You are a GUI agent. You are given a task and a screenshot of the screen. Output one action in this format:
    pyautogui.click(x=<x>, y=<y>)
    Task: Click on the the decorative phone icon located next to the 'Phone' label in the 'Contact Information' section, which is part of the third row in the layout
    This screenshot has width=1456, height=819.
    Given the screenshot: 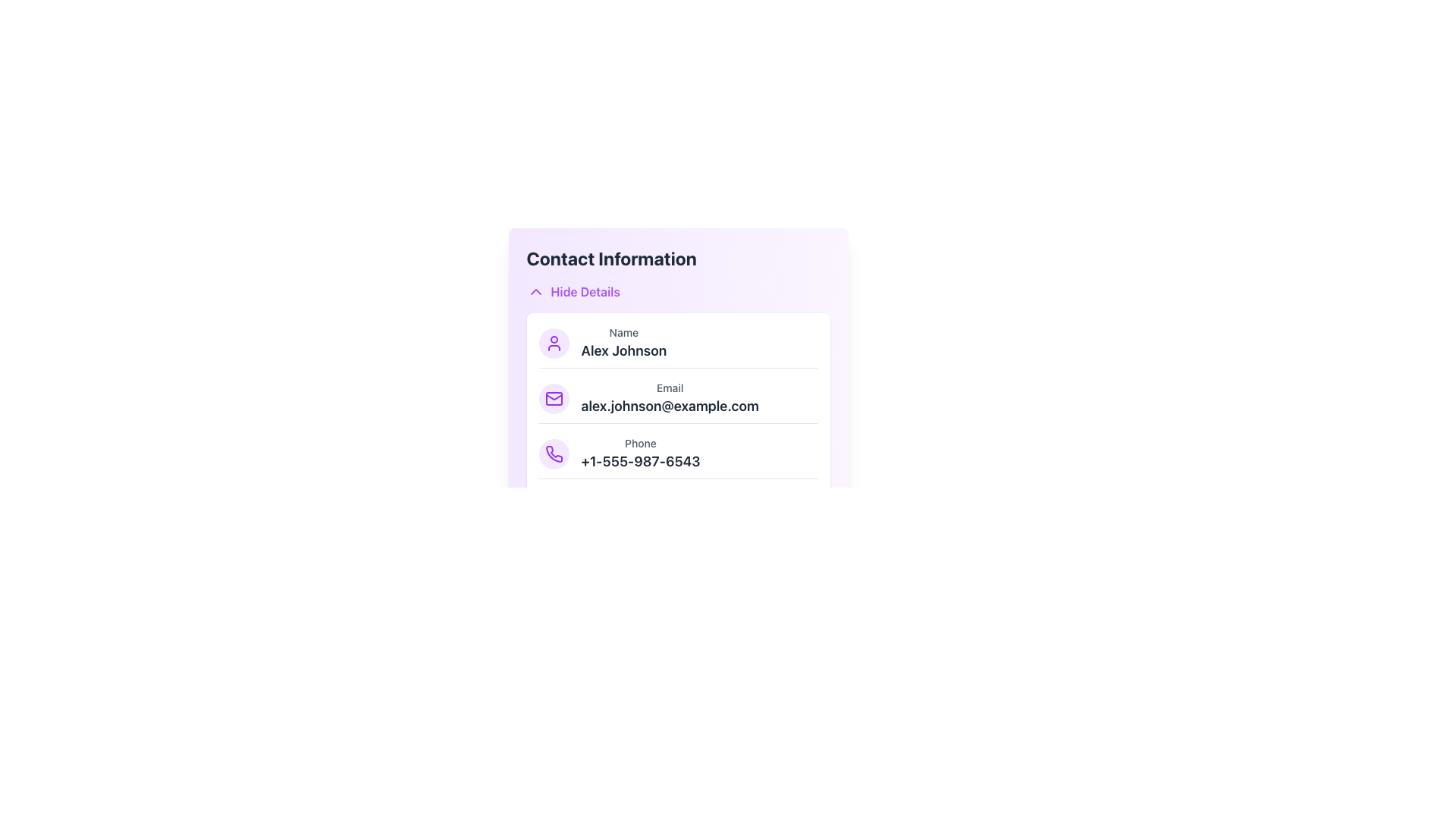 What is the action you would take?
    pyautogui.click(x=553, y=453)
    